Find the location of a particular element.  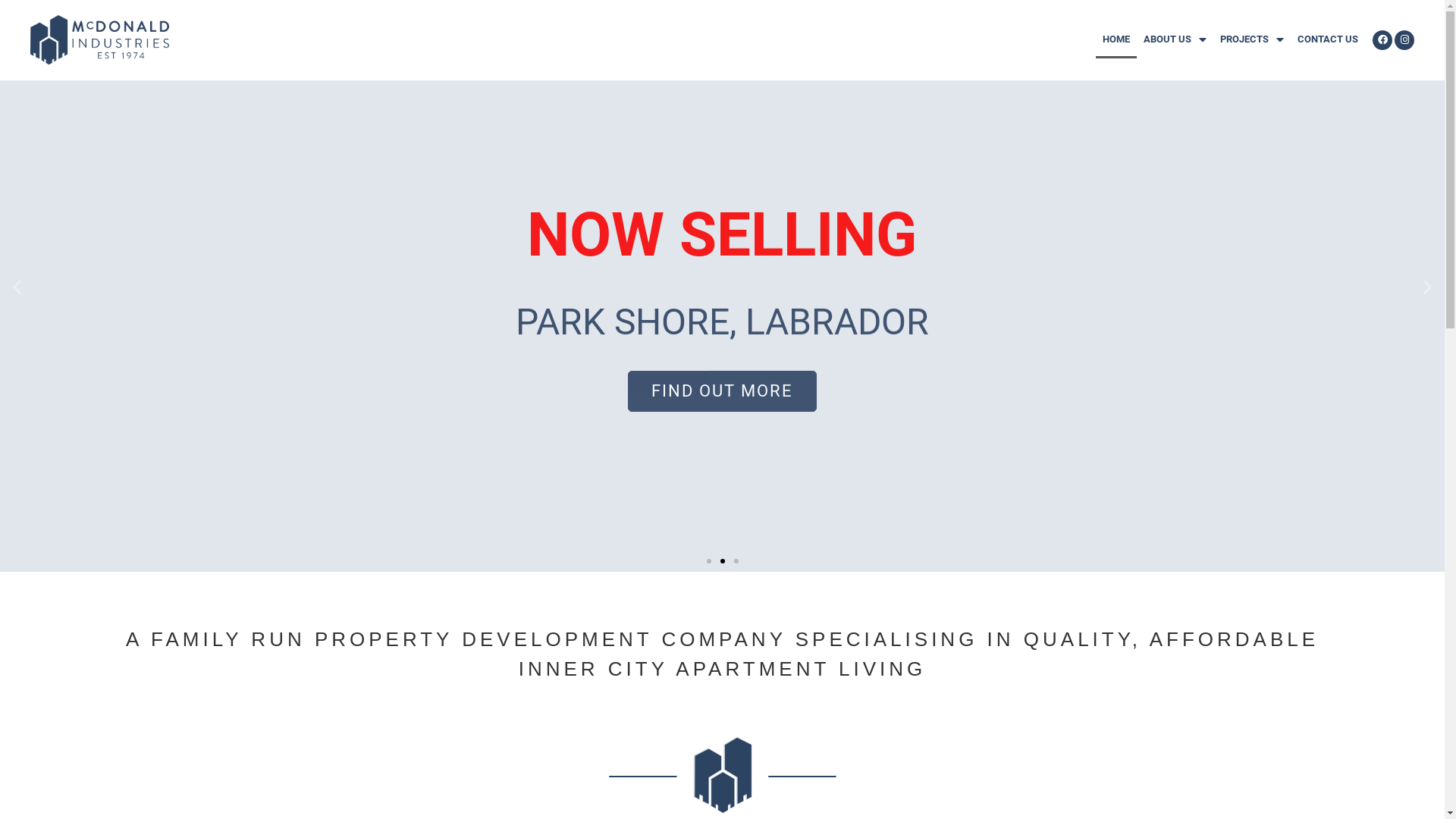

'HOME' is located at coordinates (1116, 39).